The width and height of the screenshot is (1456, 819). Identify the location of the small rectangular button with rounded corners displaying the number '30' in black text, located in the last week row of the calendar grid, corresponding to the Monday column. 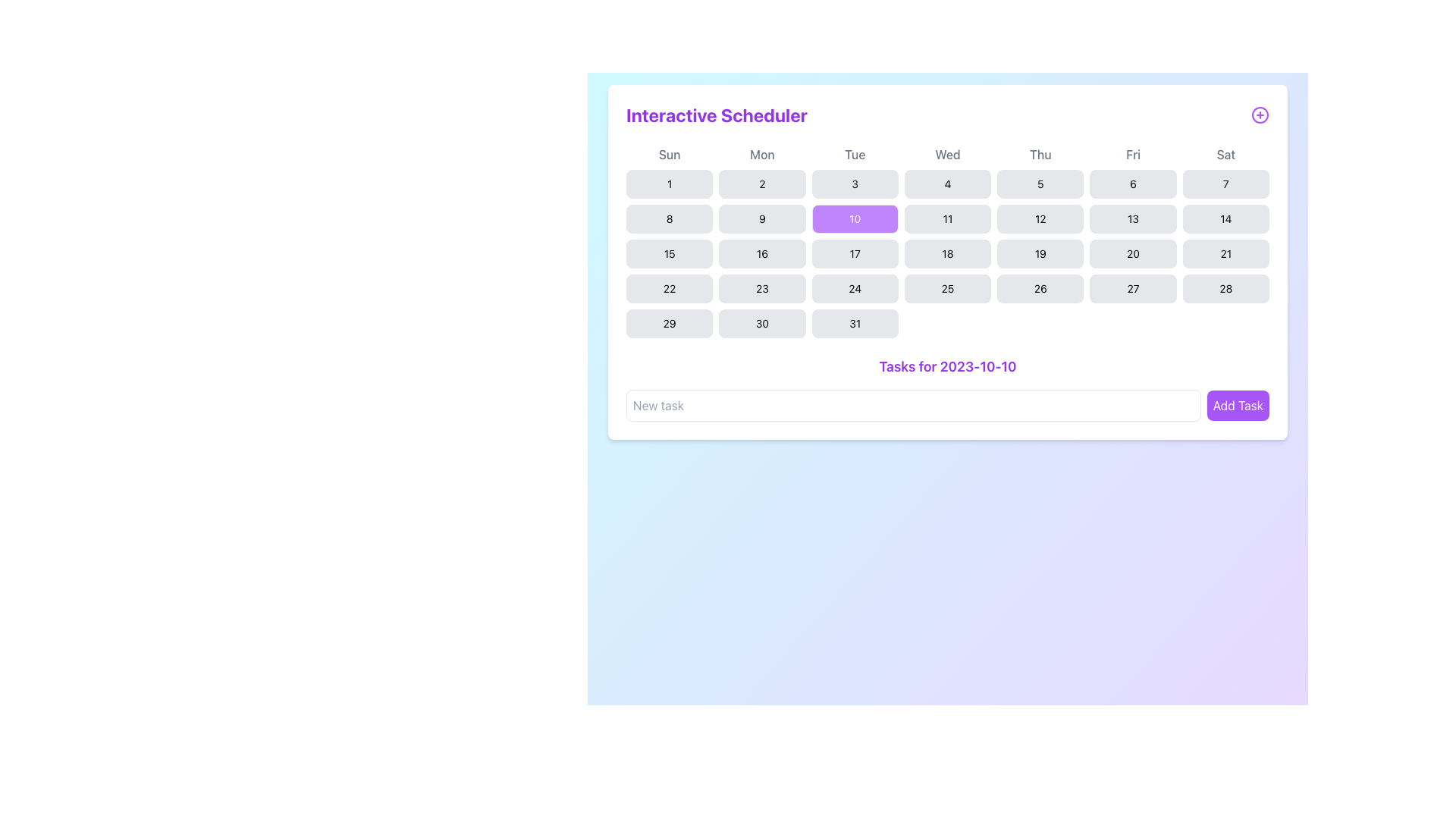
(762, 323).